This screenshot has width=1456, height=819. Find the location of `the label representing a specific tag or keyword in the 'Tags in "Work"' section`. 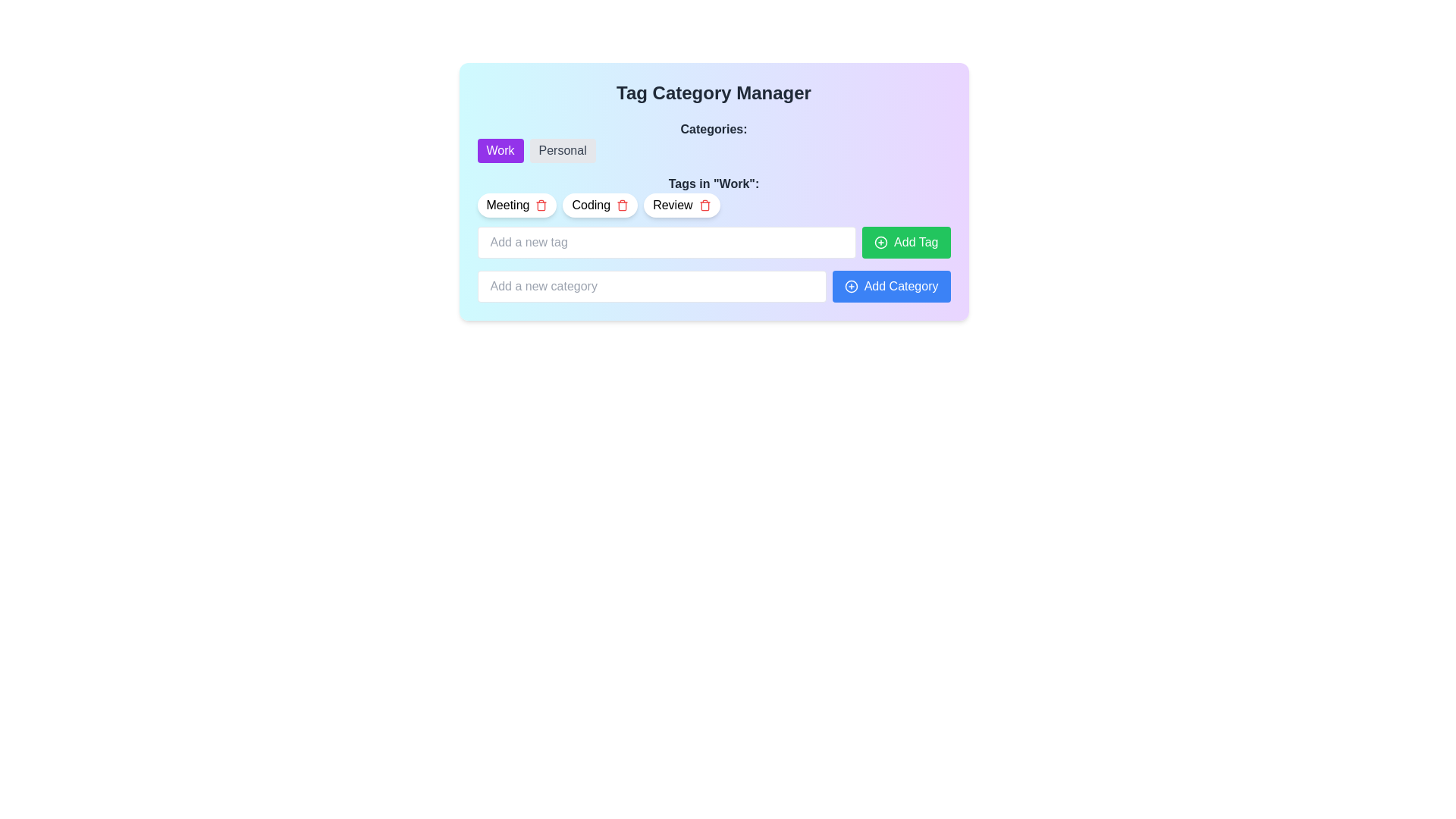

the label representing a specific tag or keyword in the 'Tags in "Work"' section is located at coordinates (672, 205).